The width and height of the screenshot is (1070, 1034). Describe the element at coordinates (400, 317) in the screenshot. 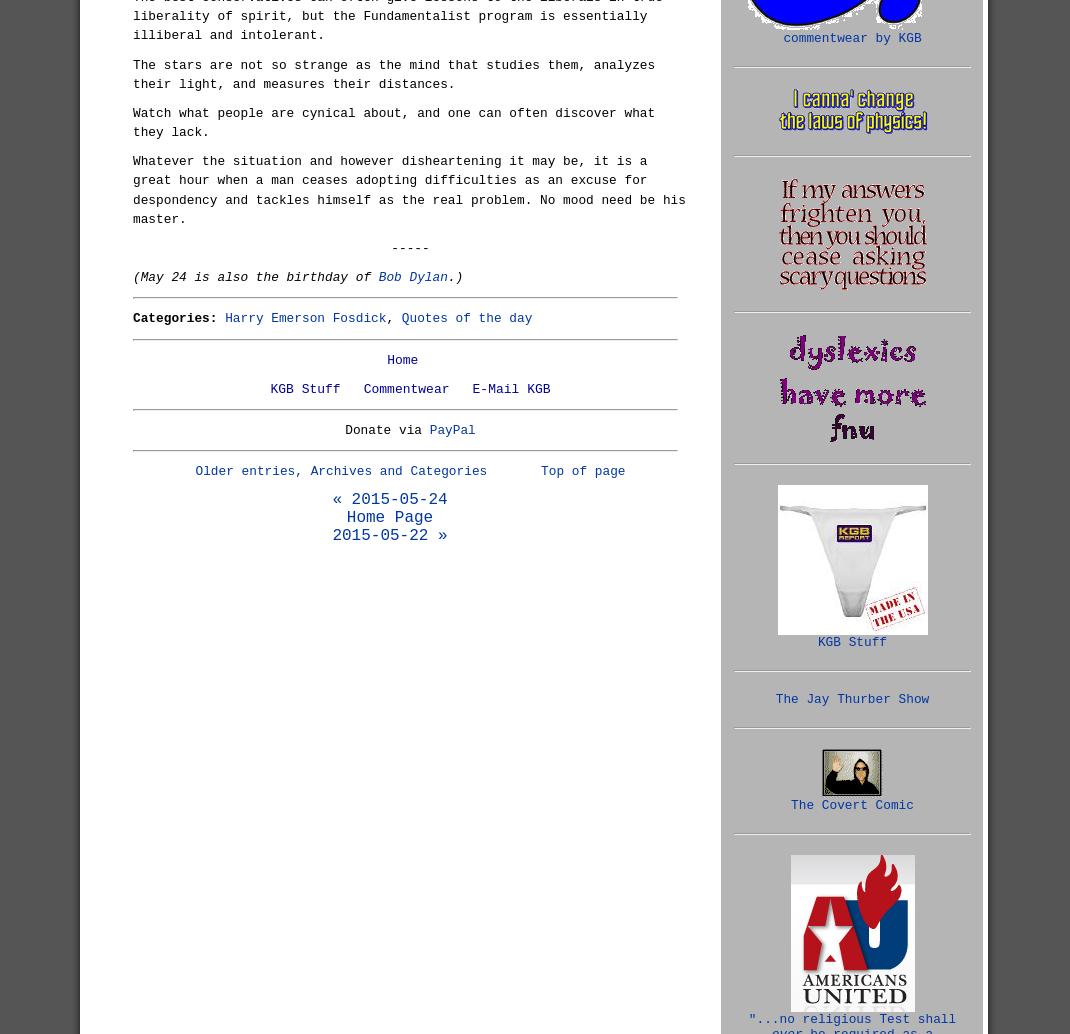

I see `'Quotes of the day'` at that location.